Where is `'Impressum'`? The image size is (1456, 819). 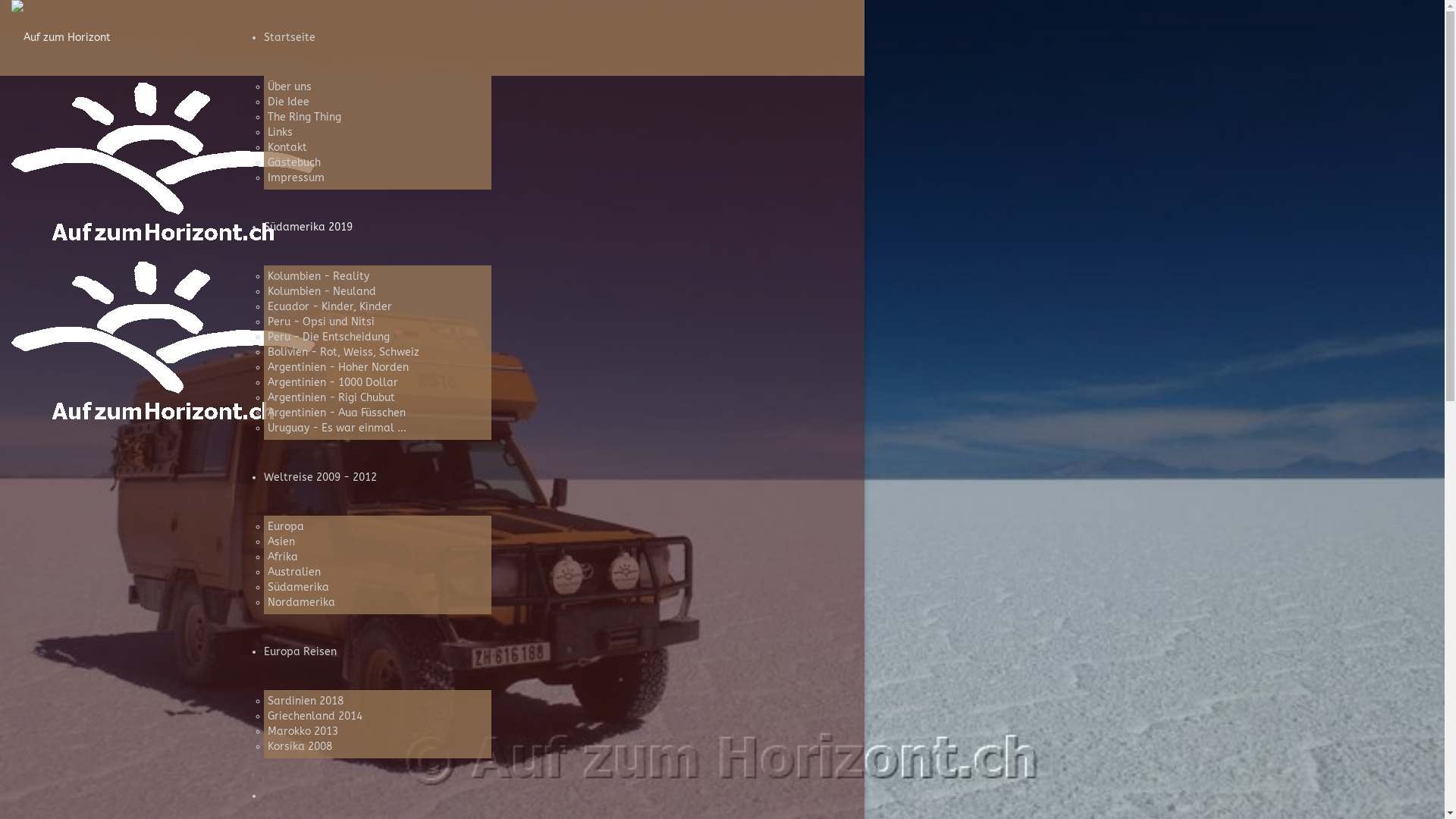 'Impressum' is located at coordinates (266, 177).